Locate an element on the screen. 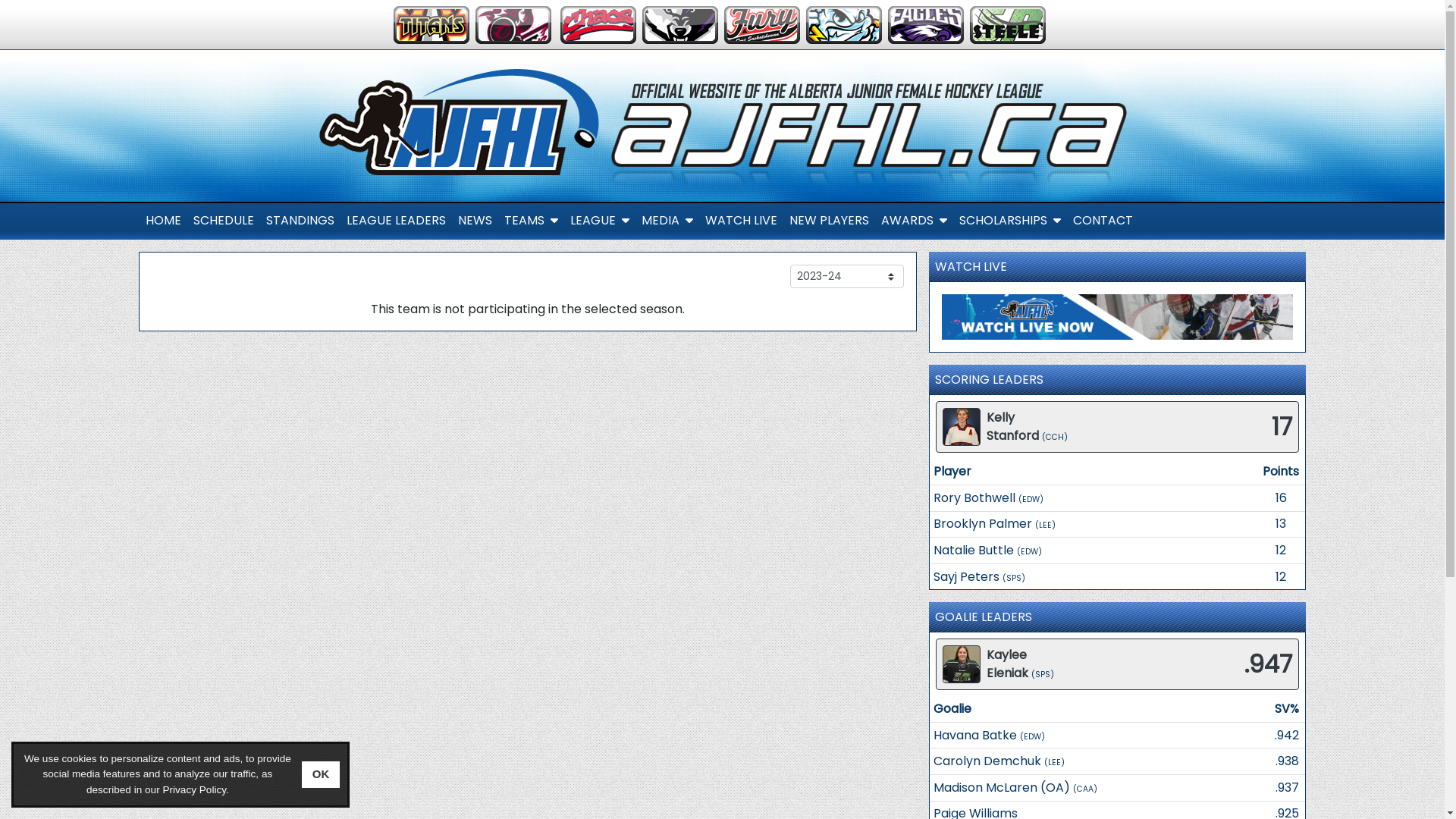 The image size is (1456, 819). 'TEAMS' is located at coordinates (530, 220).